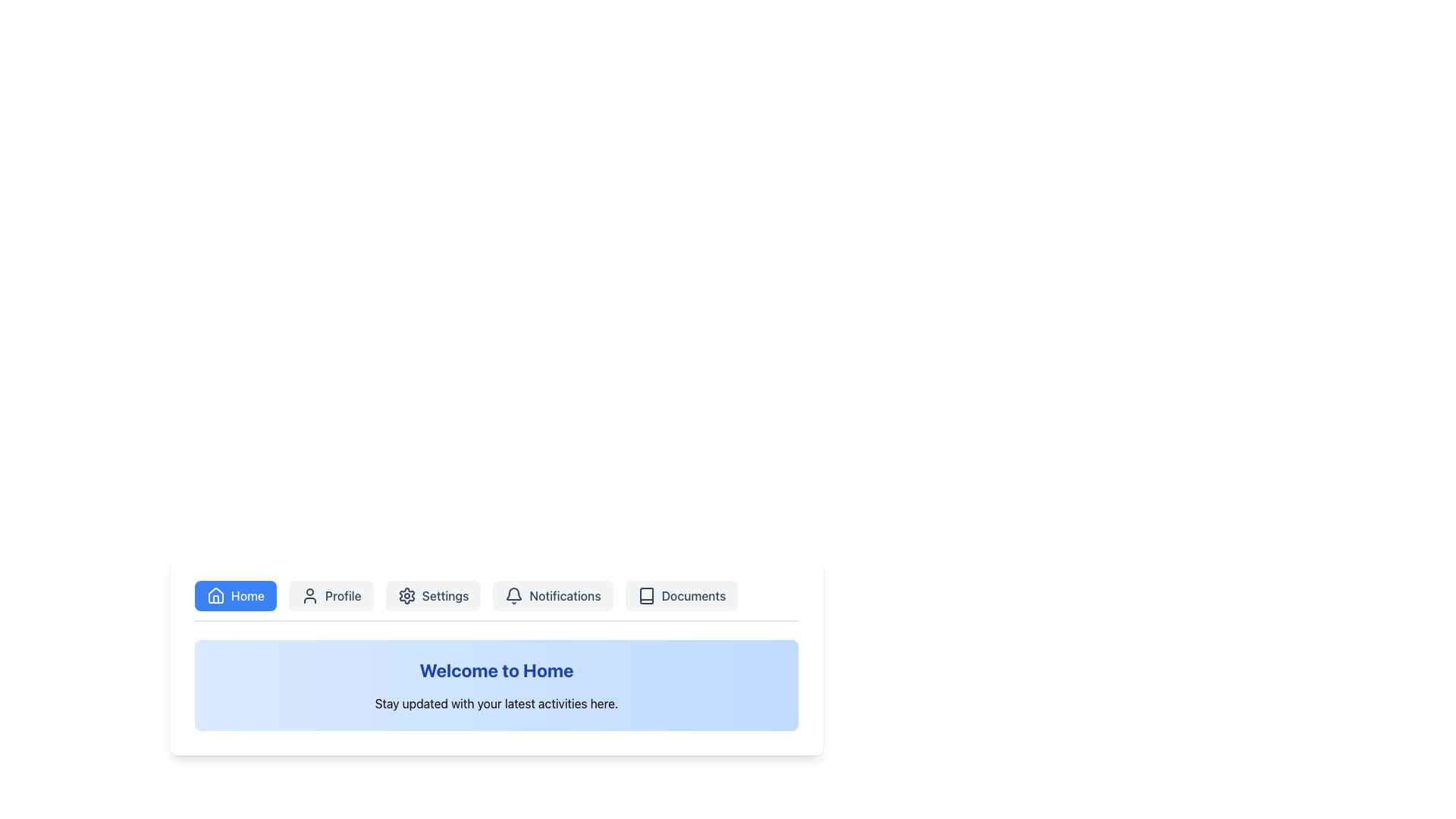  I want to click on the informational banner located centrally below the navigation bar, which serves to welcome the user and provide a brief update prompt, so click(496, 685).